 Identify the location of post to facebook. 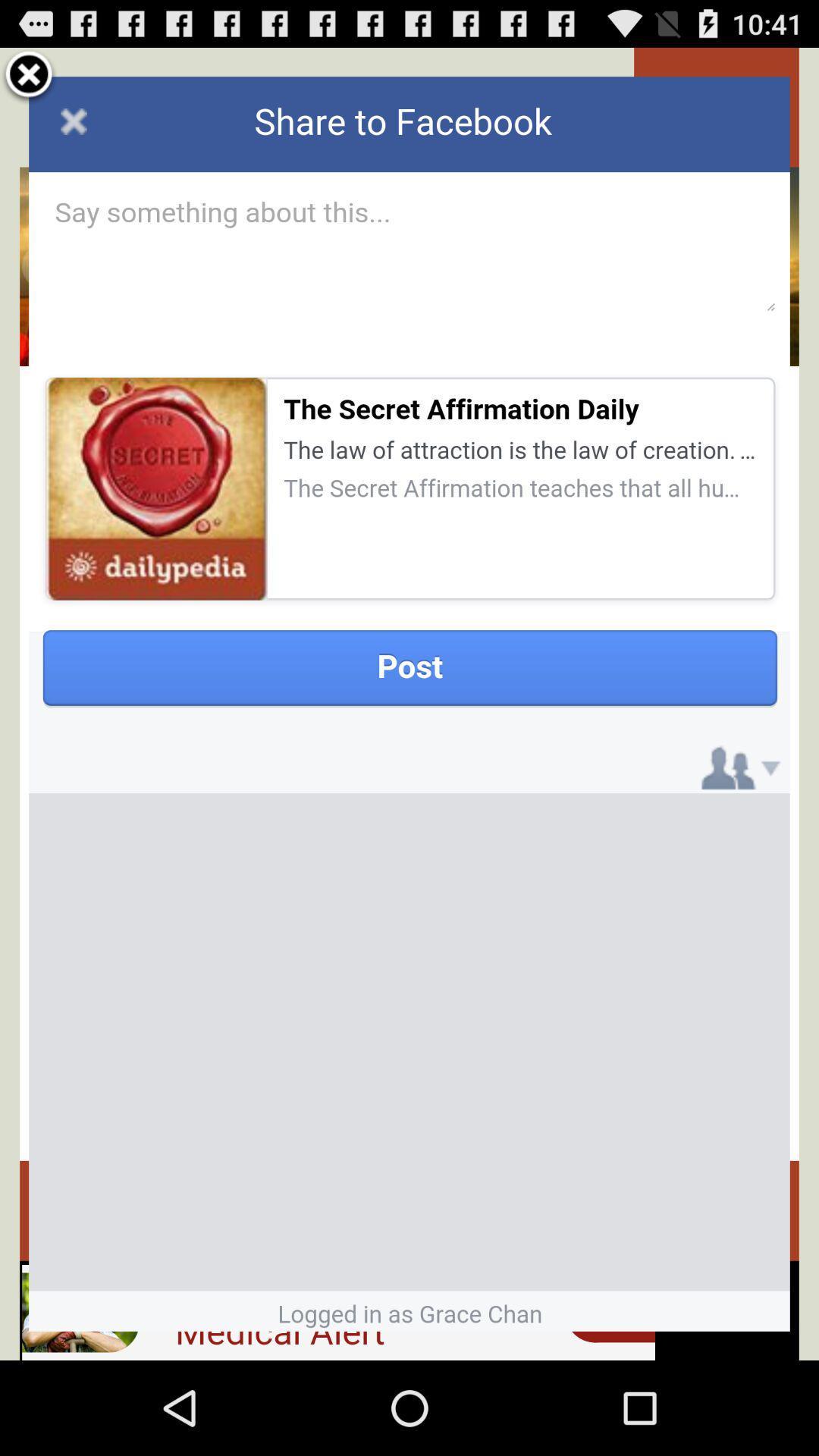
(409, 703).